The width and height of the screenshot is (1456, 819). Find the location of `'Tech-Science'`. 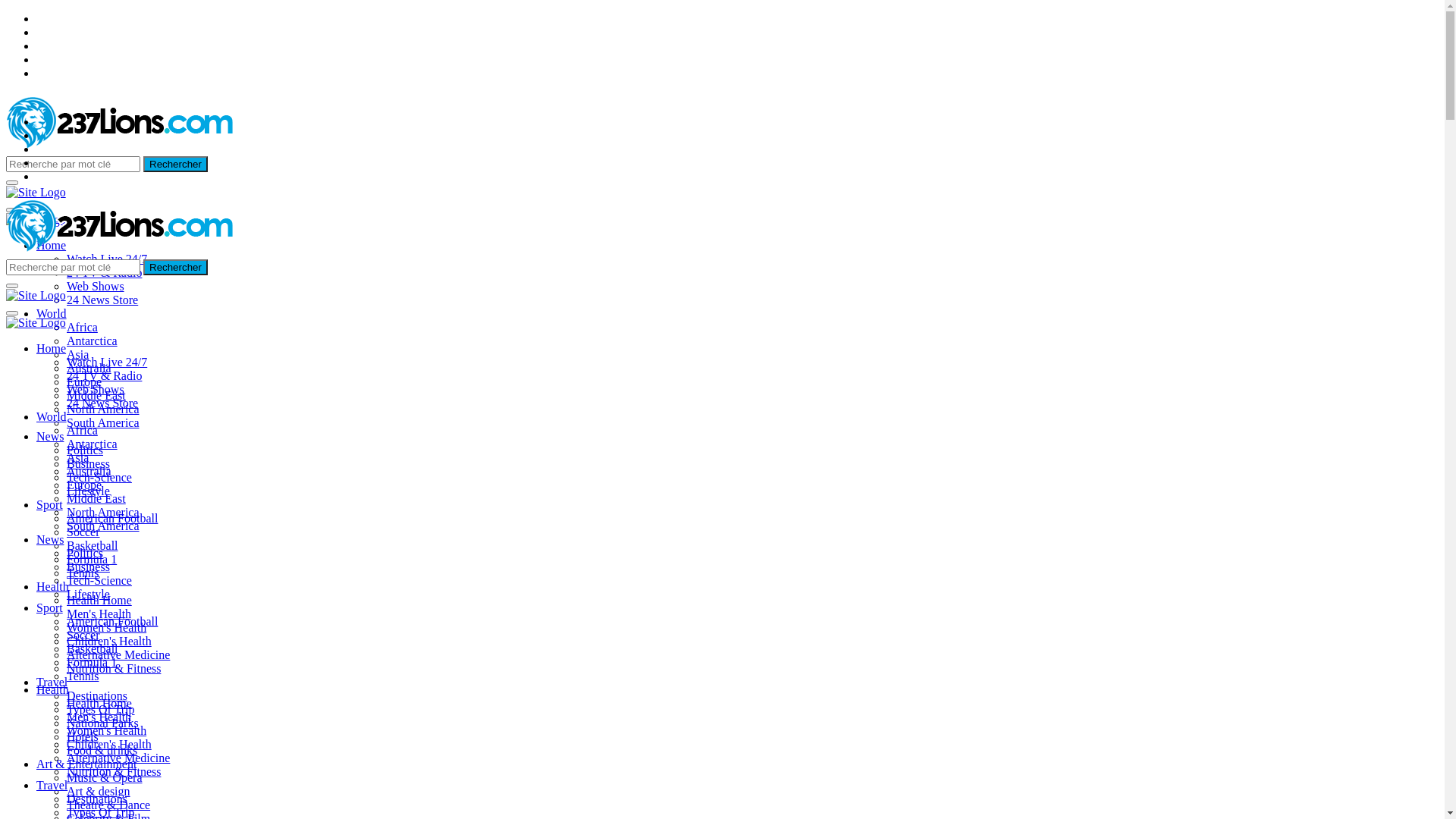

'Tech-Science' is located at coordinates (65, 476).